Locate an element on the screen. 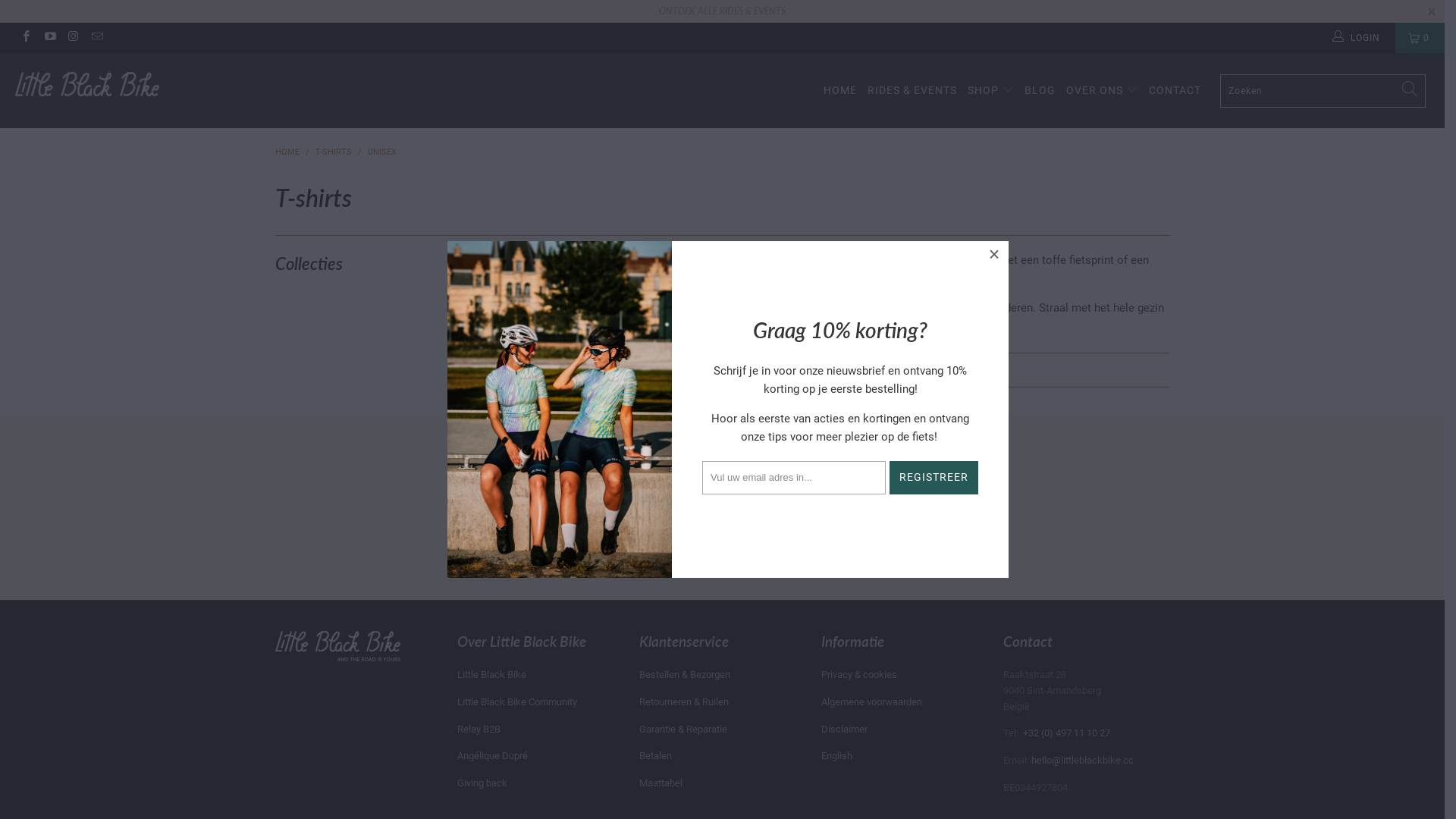 This screenshot has height=819, width=1456. 'Little Black Bike on Facebook' is located at coordinates (25, 37).